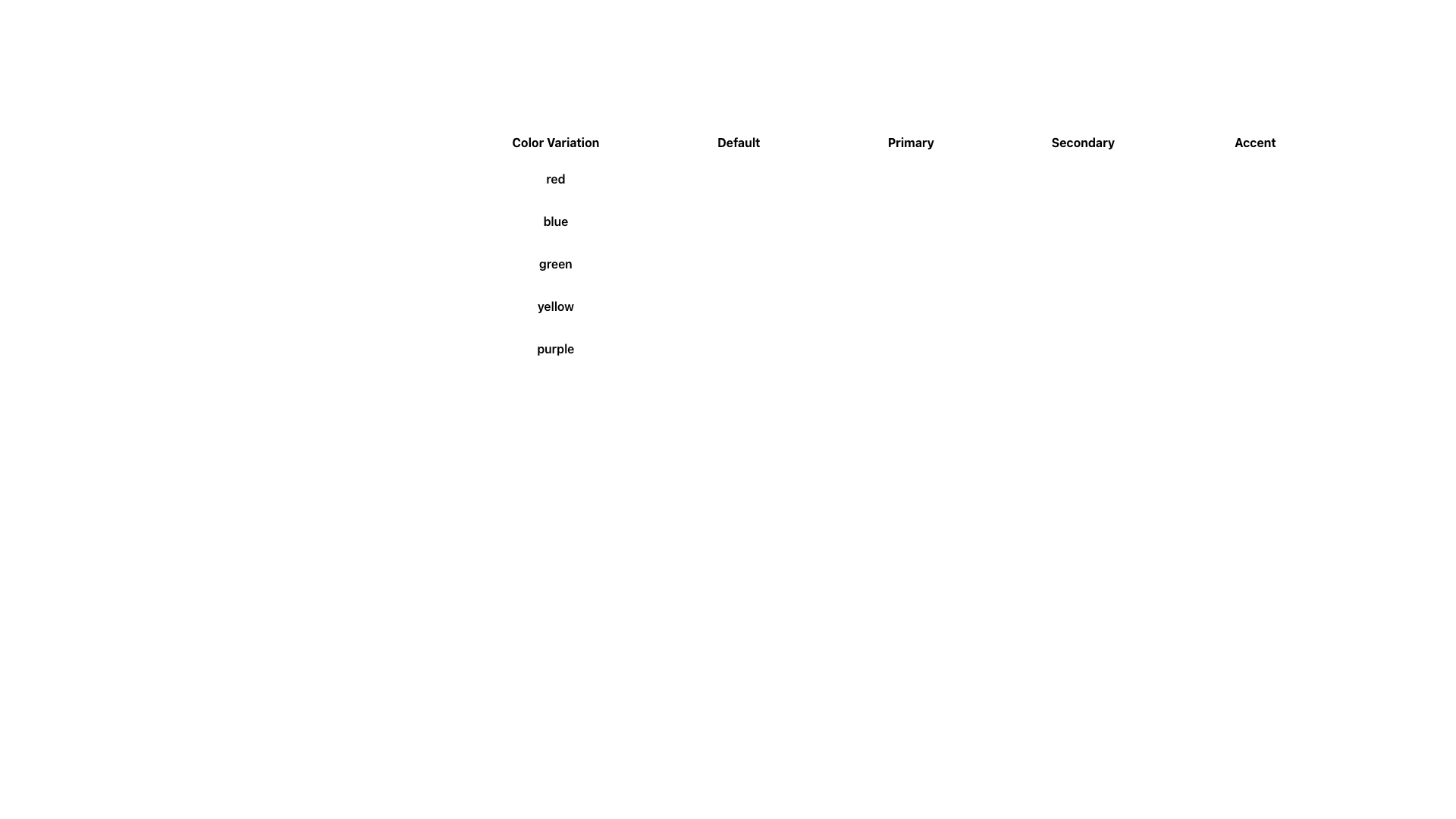  I want to click on the button labeled 'blue' located in the 'Default' column of the grid structure, so click(695, 221).